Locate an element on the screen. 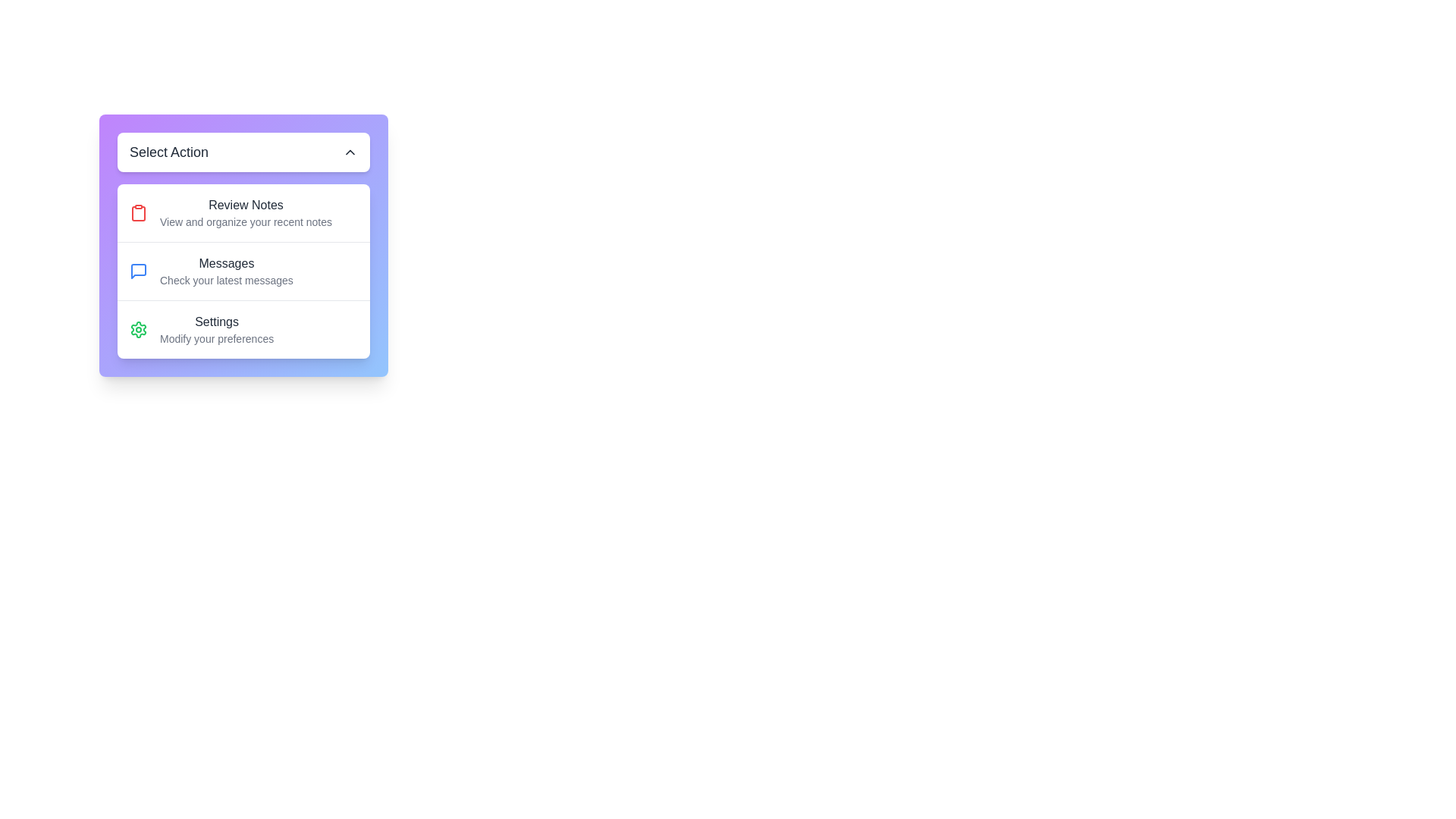  the title 'Settings' in the text block that allows users to modify their preferences, located centrally under the section header in the card interface is located at coordinates (216, 329).